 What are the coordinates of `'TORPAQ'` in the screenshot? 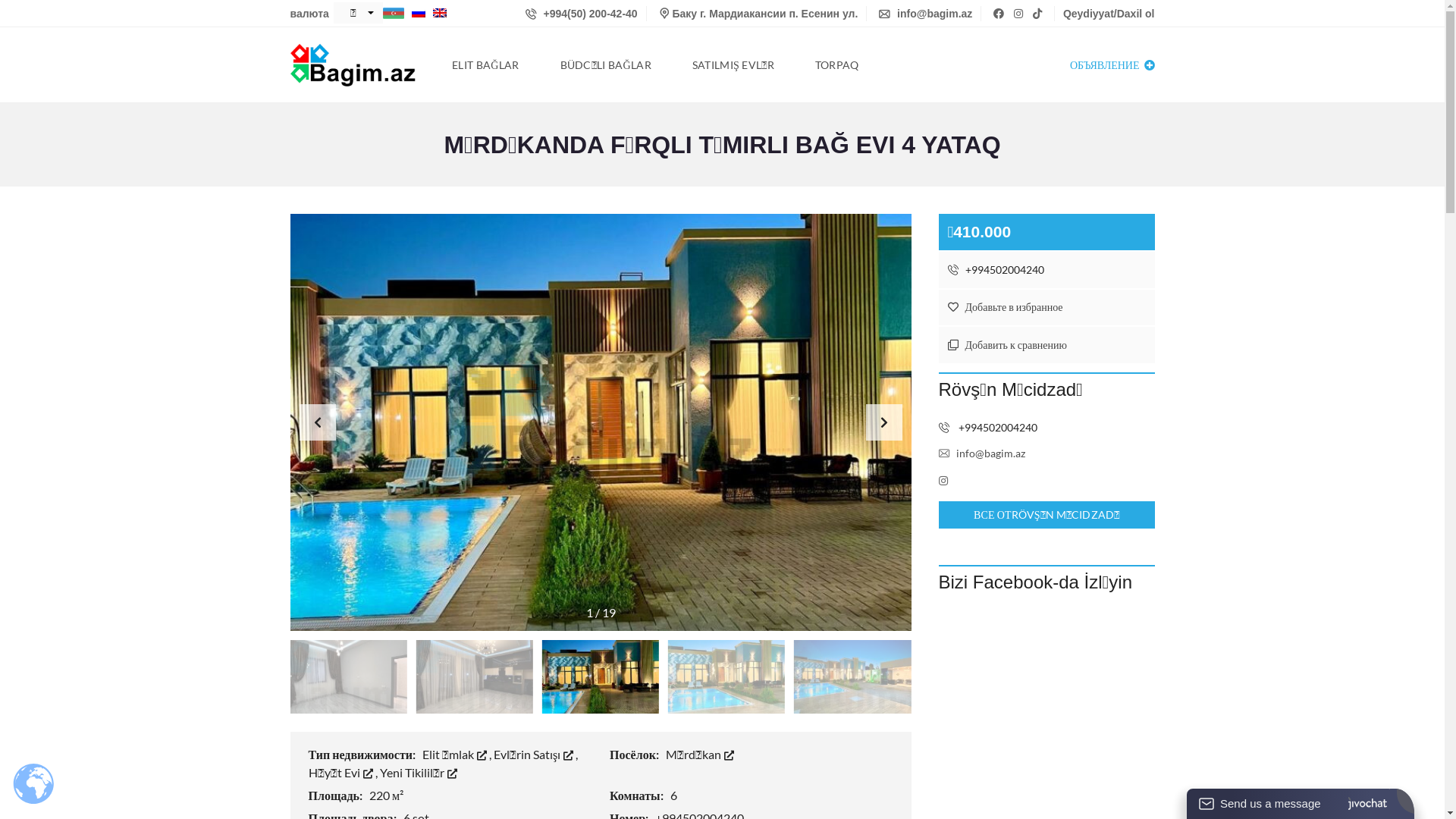 It's located at (836, 64).